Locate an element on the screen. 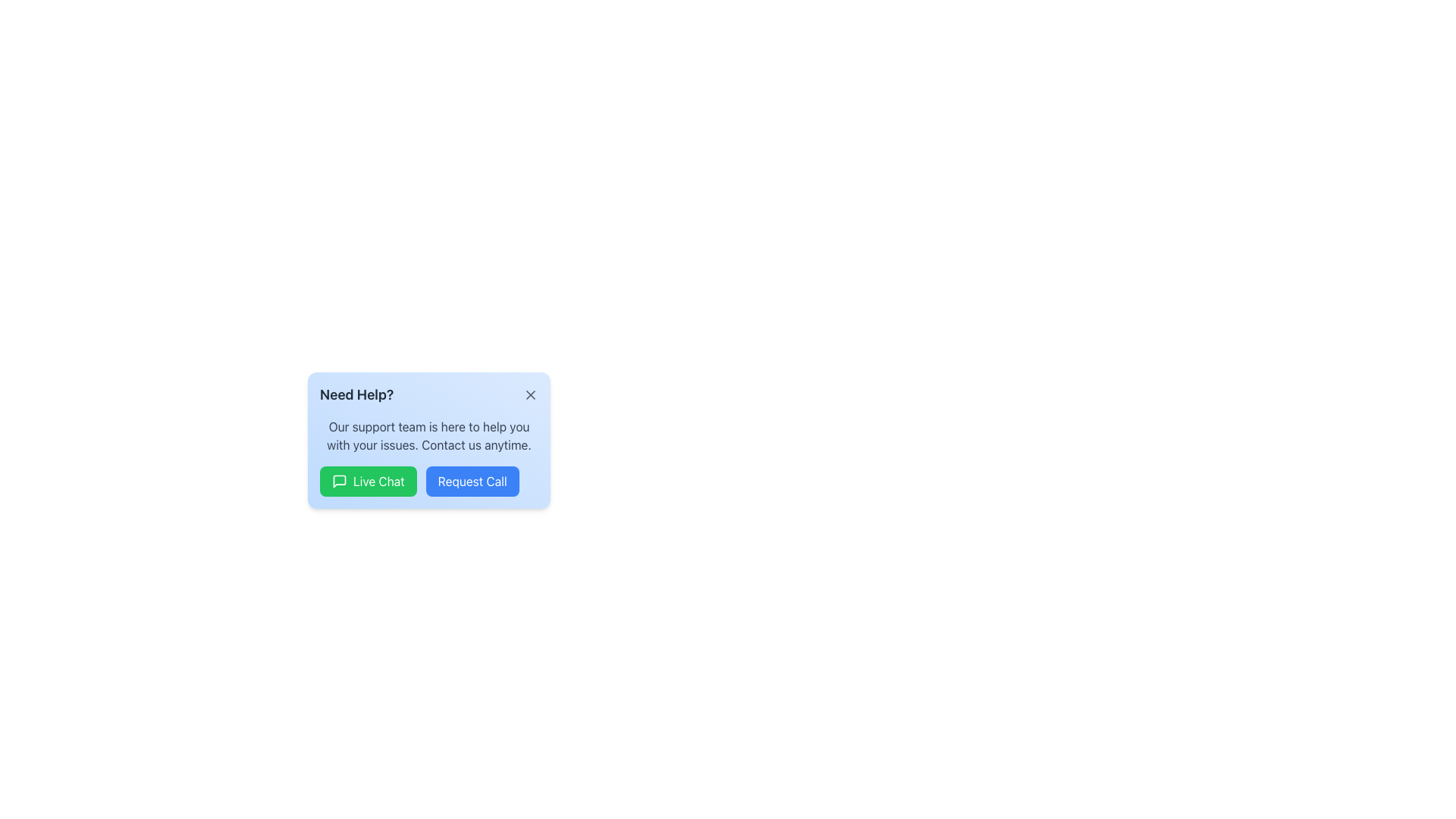 This screenshot has height=819, width=1456. the small interactive 'X' button located in the top-right corner of the 'Need Help?' popup window is located at coordinates (531, 394).